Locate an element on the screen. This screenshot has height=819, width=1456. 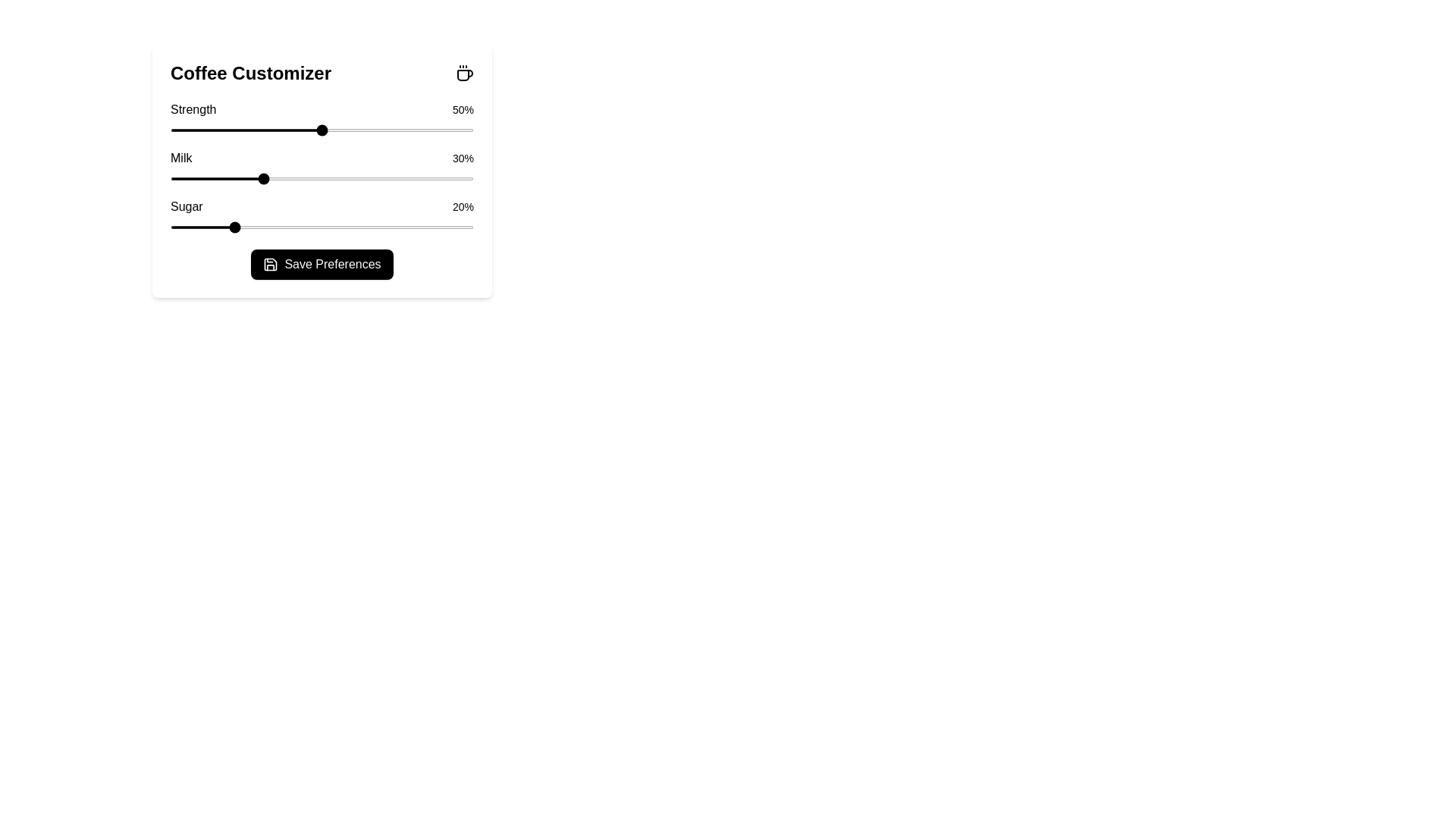
the coffee-related icon in the top right corner of the 'Coffee Customizer' card, which resembles a mug with a handle and a circular base is located at coordinates (464, 75).